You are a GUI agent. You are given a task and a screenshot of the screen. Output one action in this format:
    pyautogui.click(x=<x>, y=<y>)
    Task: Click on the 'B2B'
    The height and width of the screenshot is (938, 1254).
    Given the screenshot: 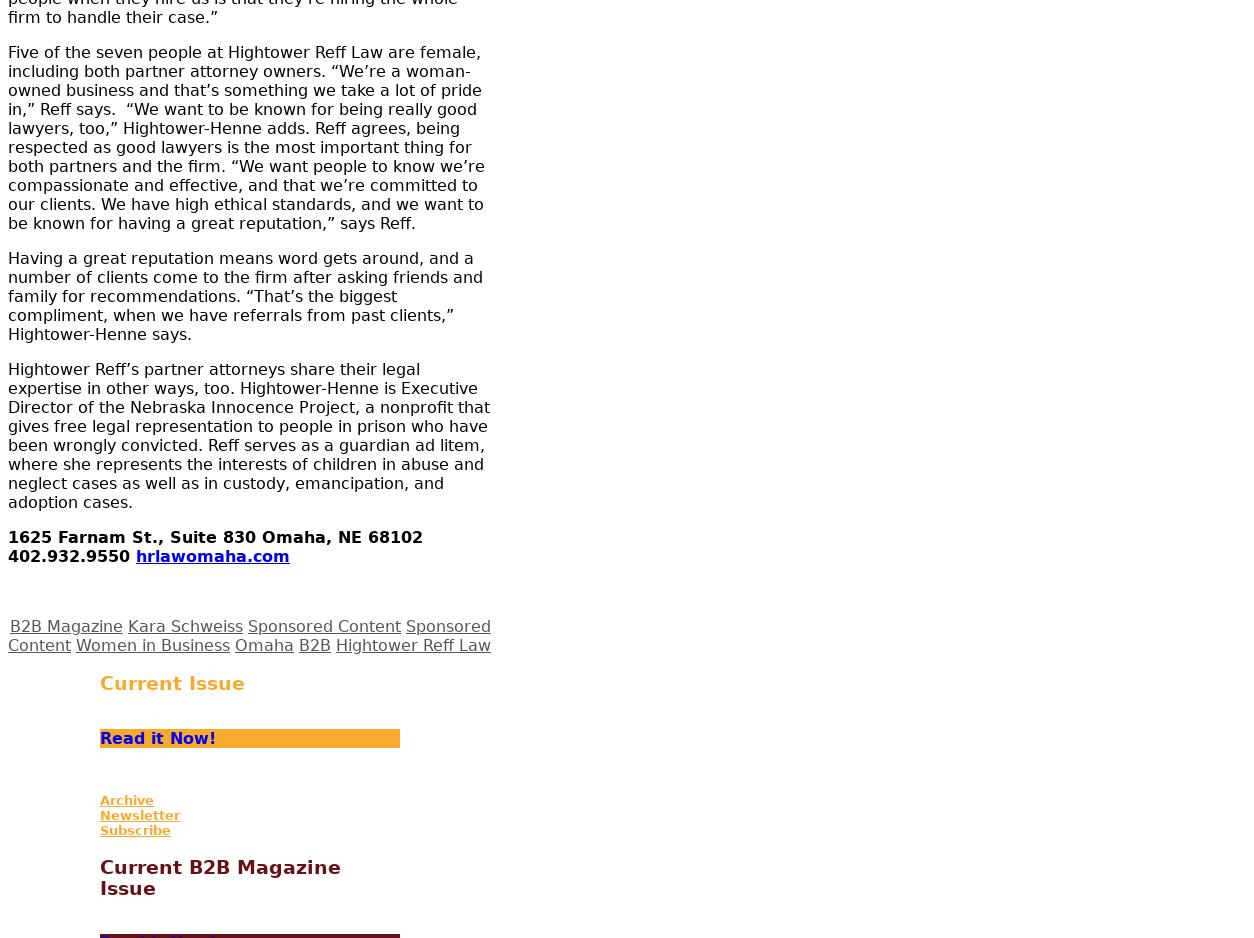 What is the action you would take?
    pyautogui.click(x=314, y=643)
    